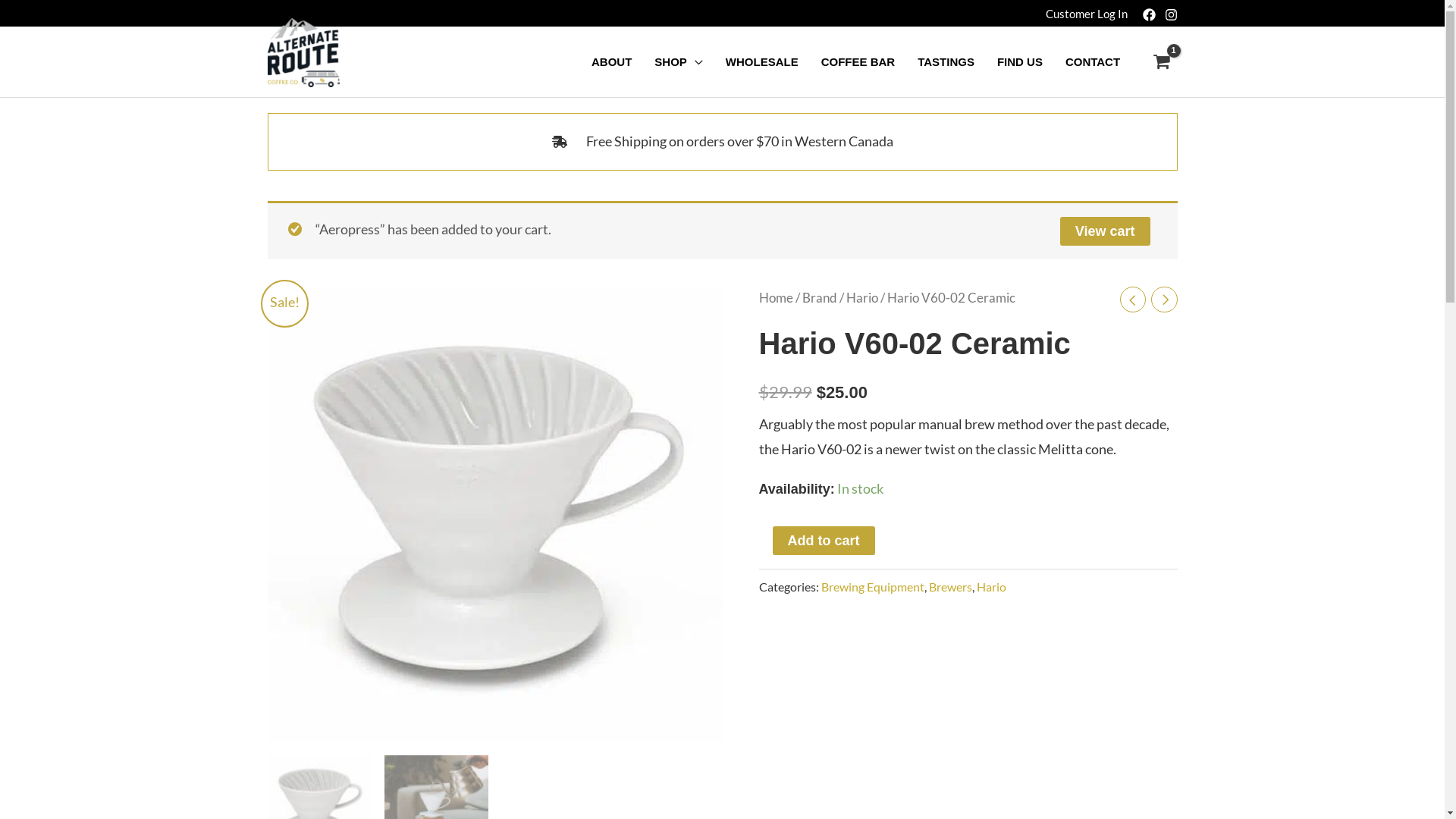  What do you see at coordinates (713, 61) in the screenshot?
I see `'WHOLESALE'` at bounding box center [713, 61].